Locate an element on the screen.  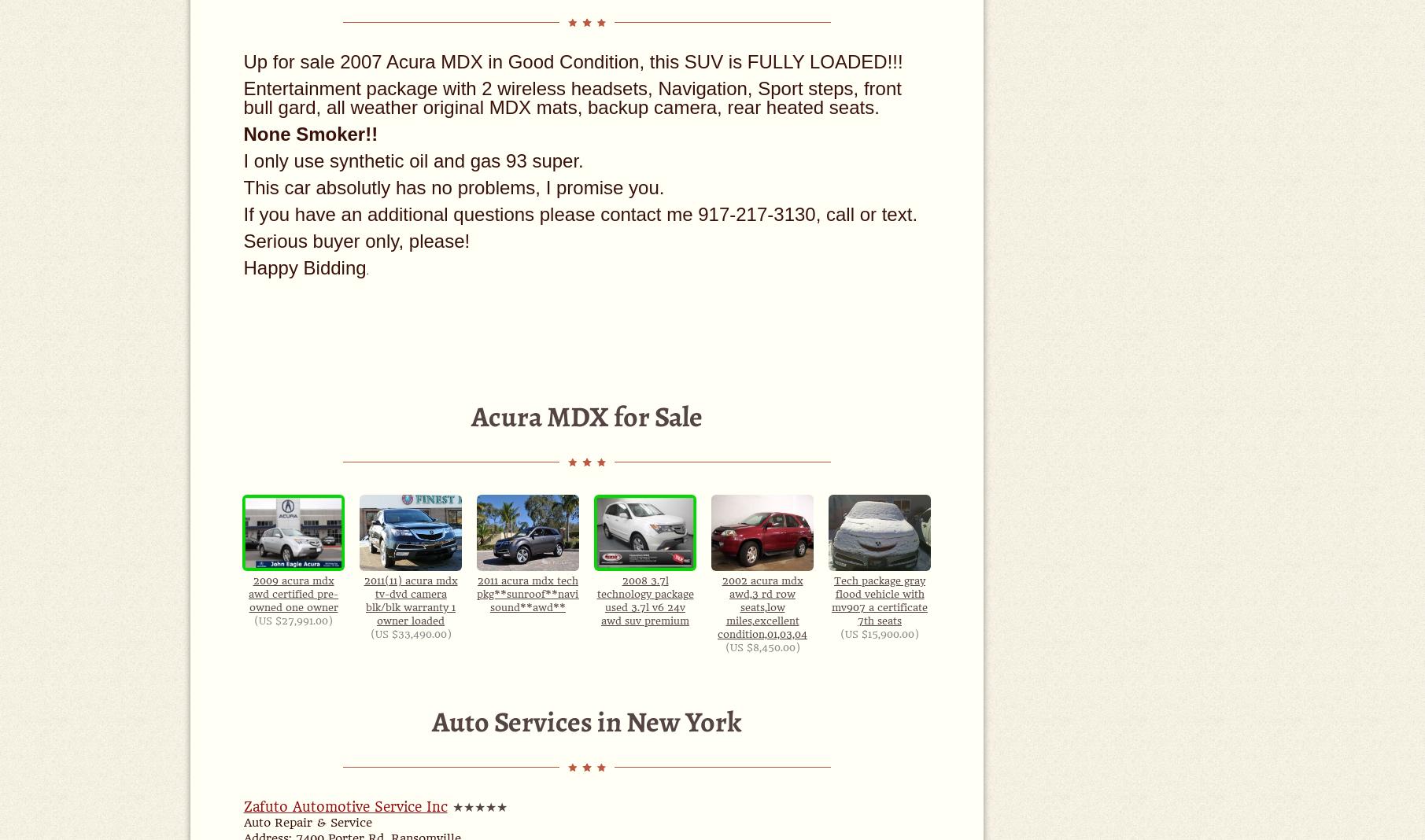
'2011(11) acura mdx tv-dvd camera blk/blk warranty 1 owner loaded' is located at coordinates (409, 601).